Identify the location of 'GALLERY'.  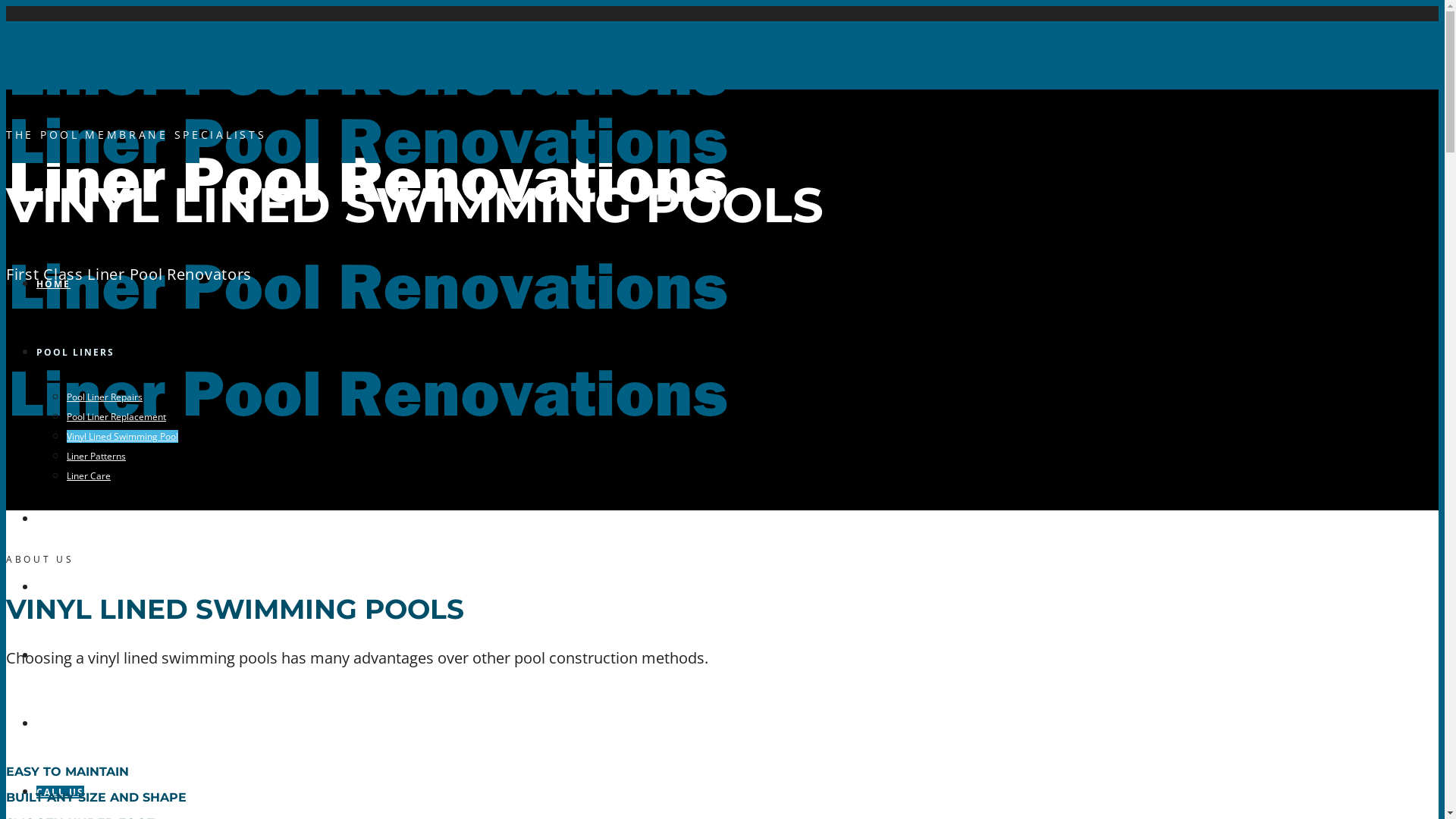
(61, 518).